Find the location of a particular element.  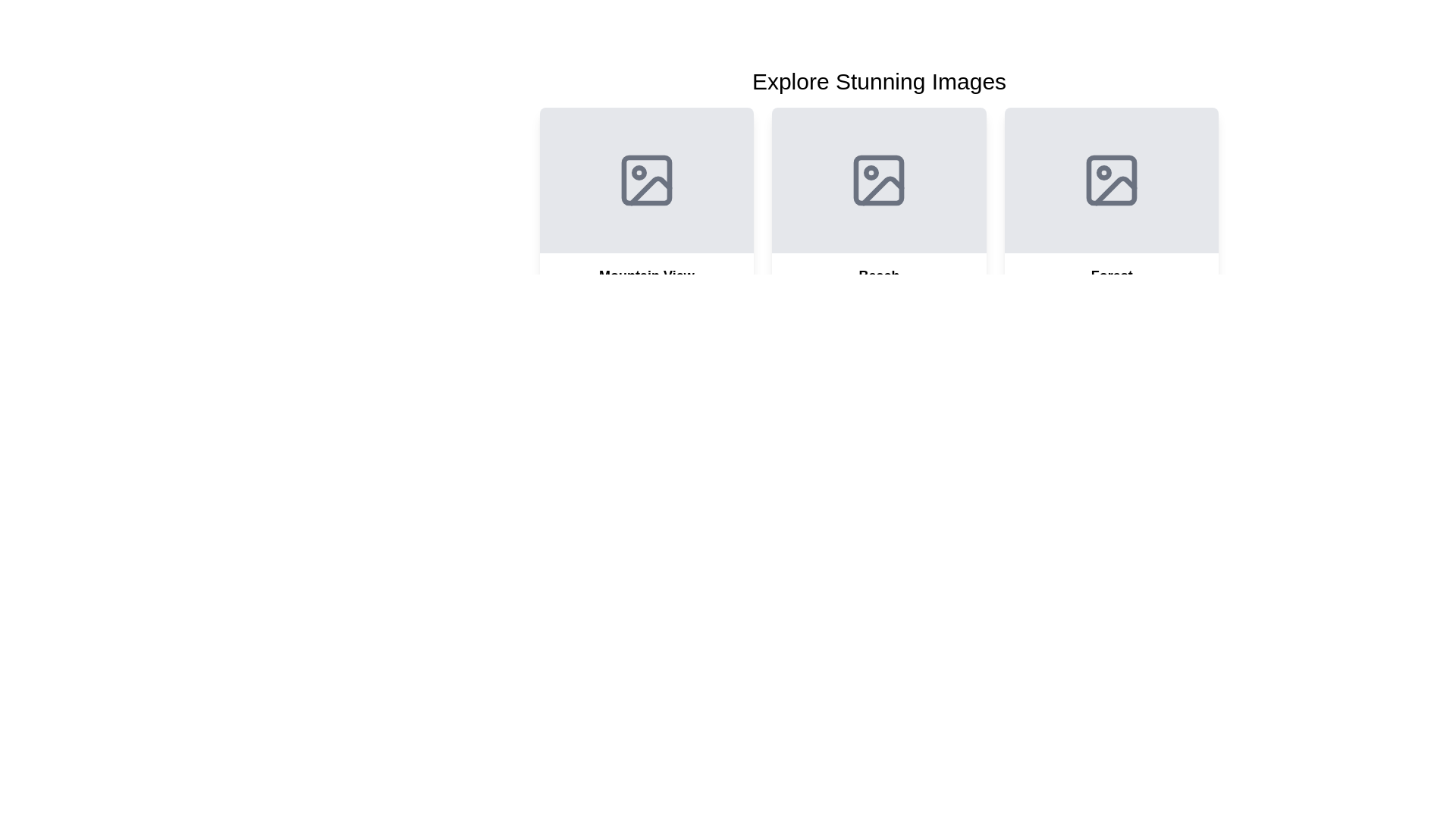

the middle Content card in the 'Explore Stunning Images' grid layout, which presents an image card with a title, description, and relevant tags is located at coordinates (879, 225).